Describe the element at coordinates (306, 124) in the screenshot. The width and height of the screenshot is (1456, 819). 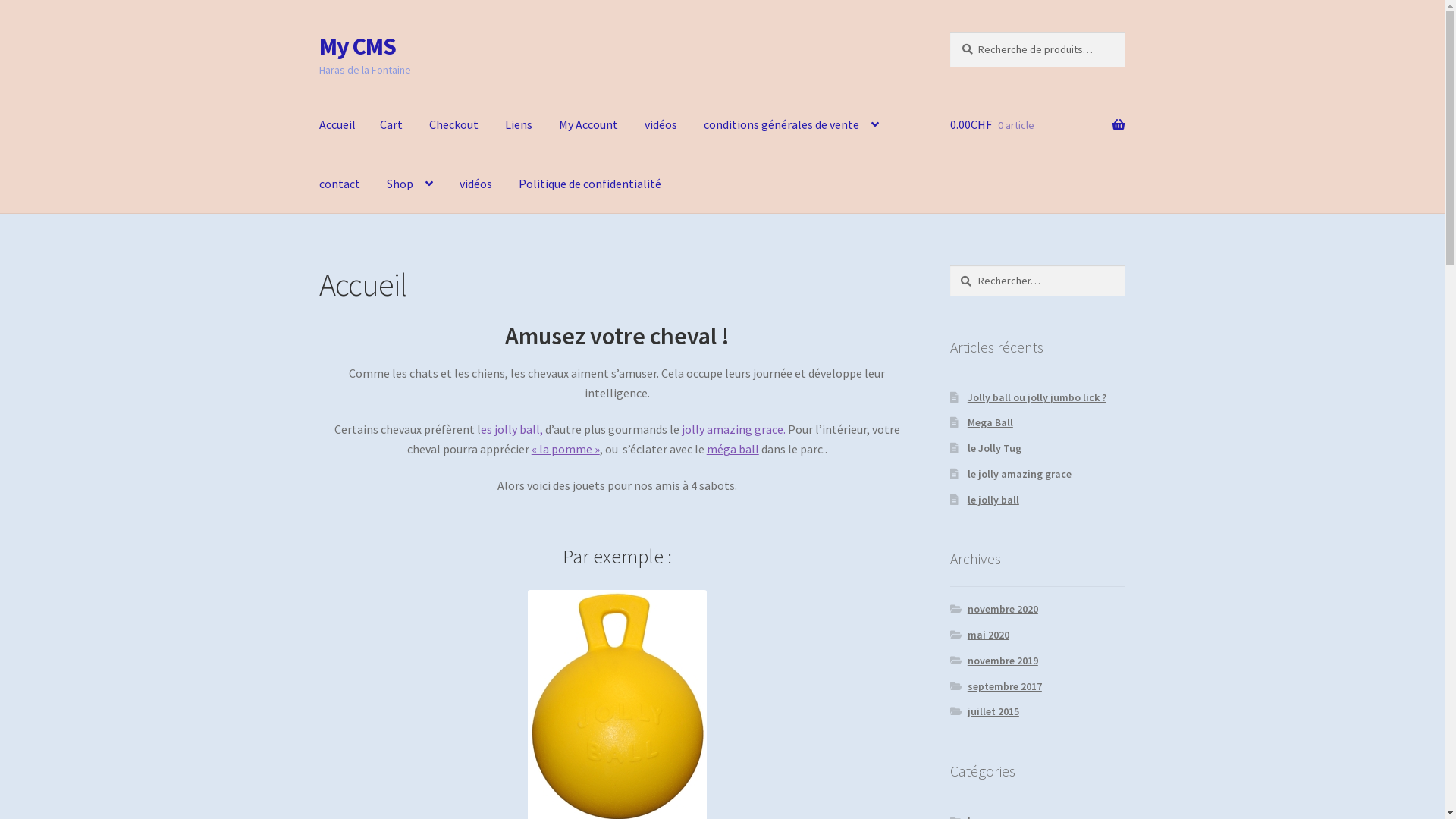
I see `'Accueil'` at that location.